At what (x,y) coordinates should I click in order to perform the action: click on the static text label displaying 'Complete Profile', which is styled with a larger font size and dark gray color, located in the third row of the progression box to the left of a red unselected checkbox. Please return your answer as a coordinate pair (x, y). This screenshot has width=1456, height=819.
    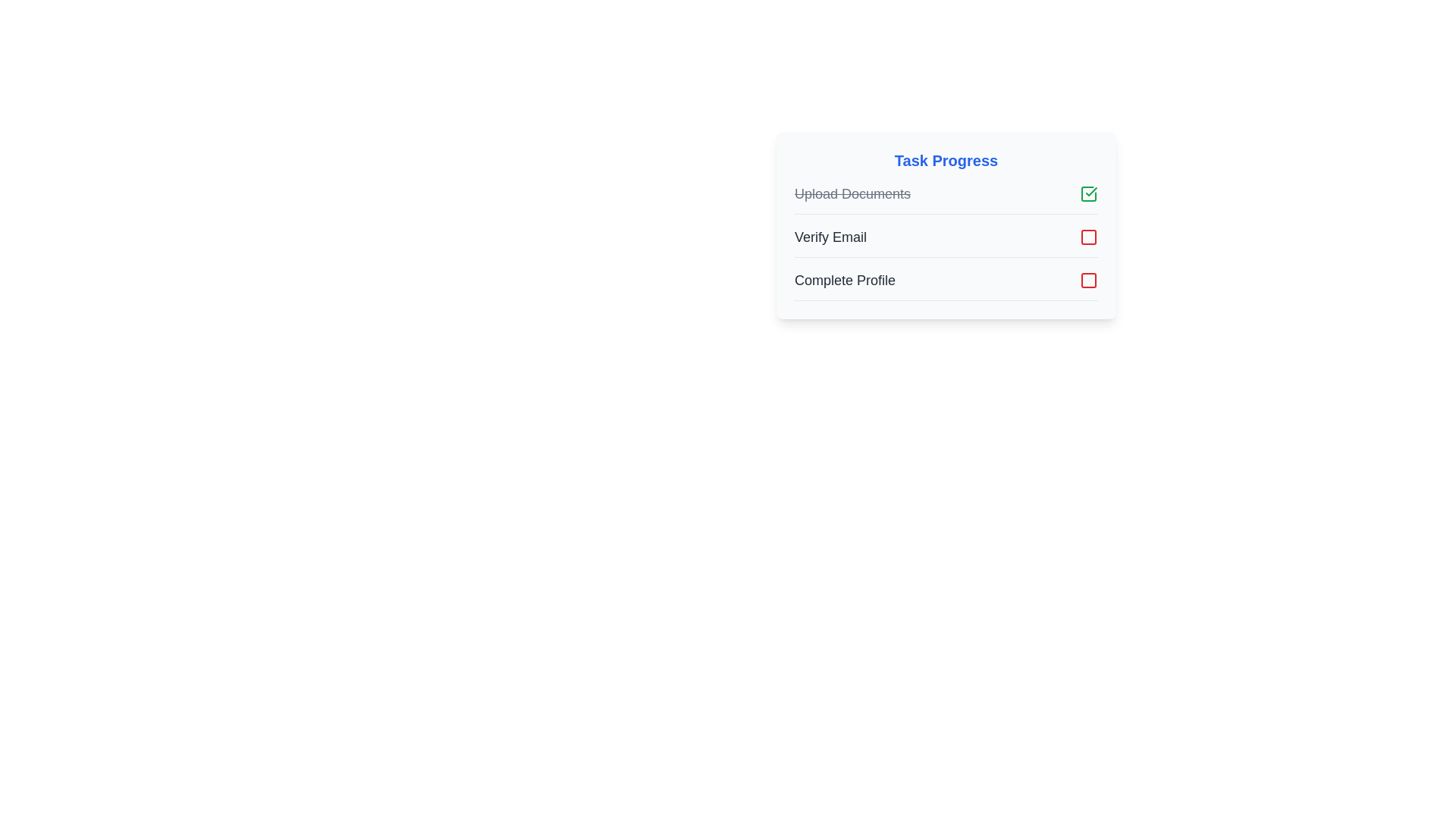
    Looking at the image, I should click on (844, 281).